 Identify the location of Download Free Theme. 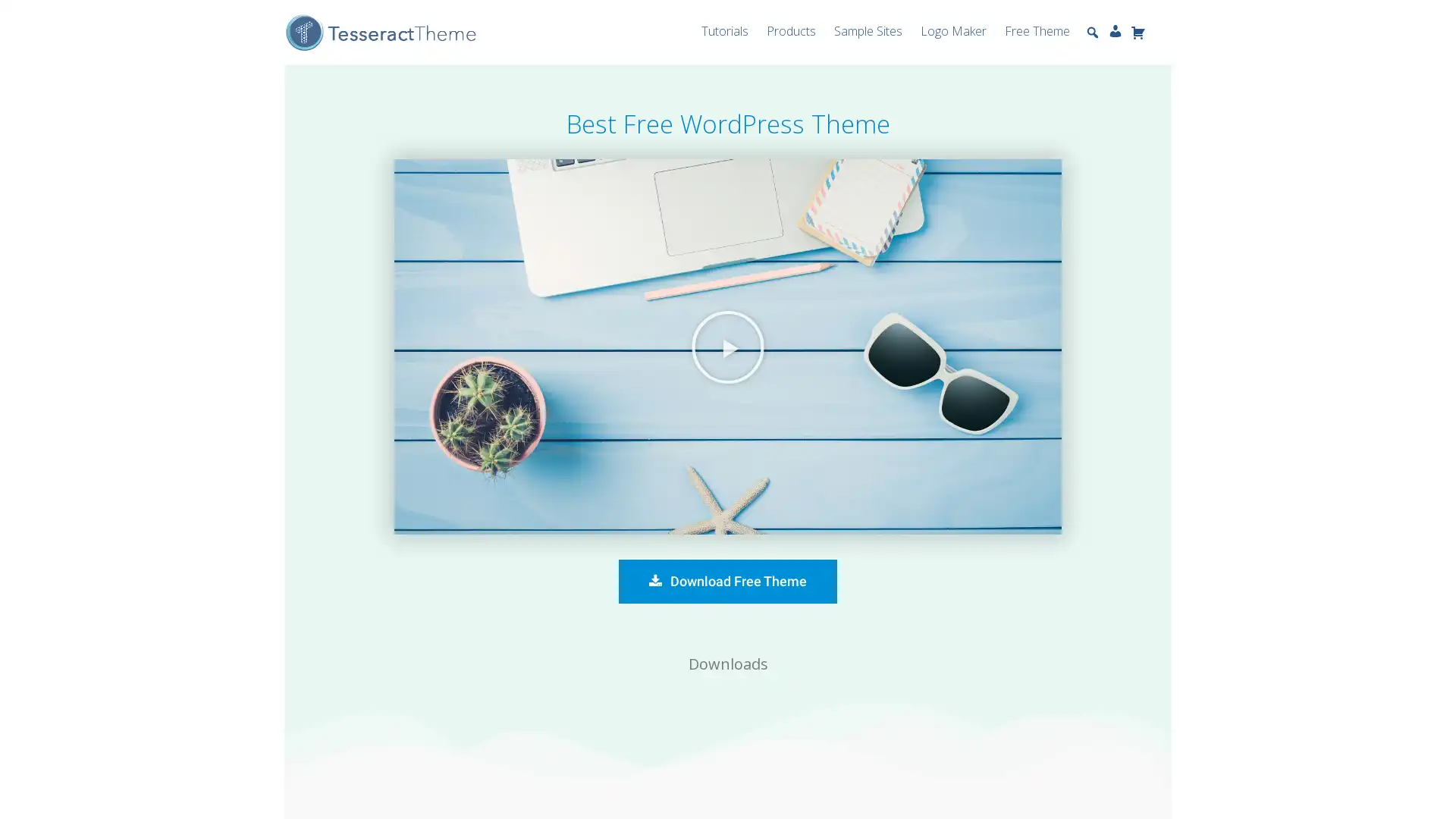
(728, 581).